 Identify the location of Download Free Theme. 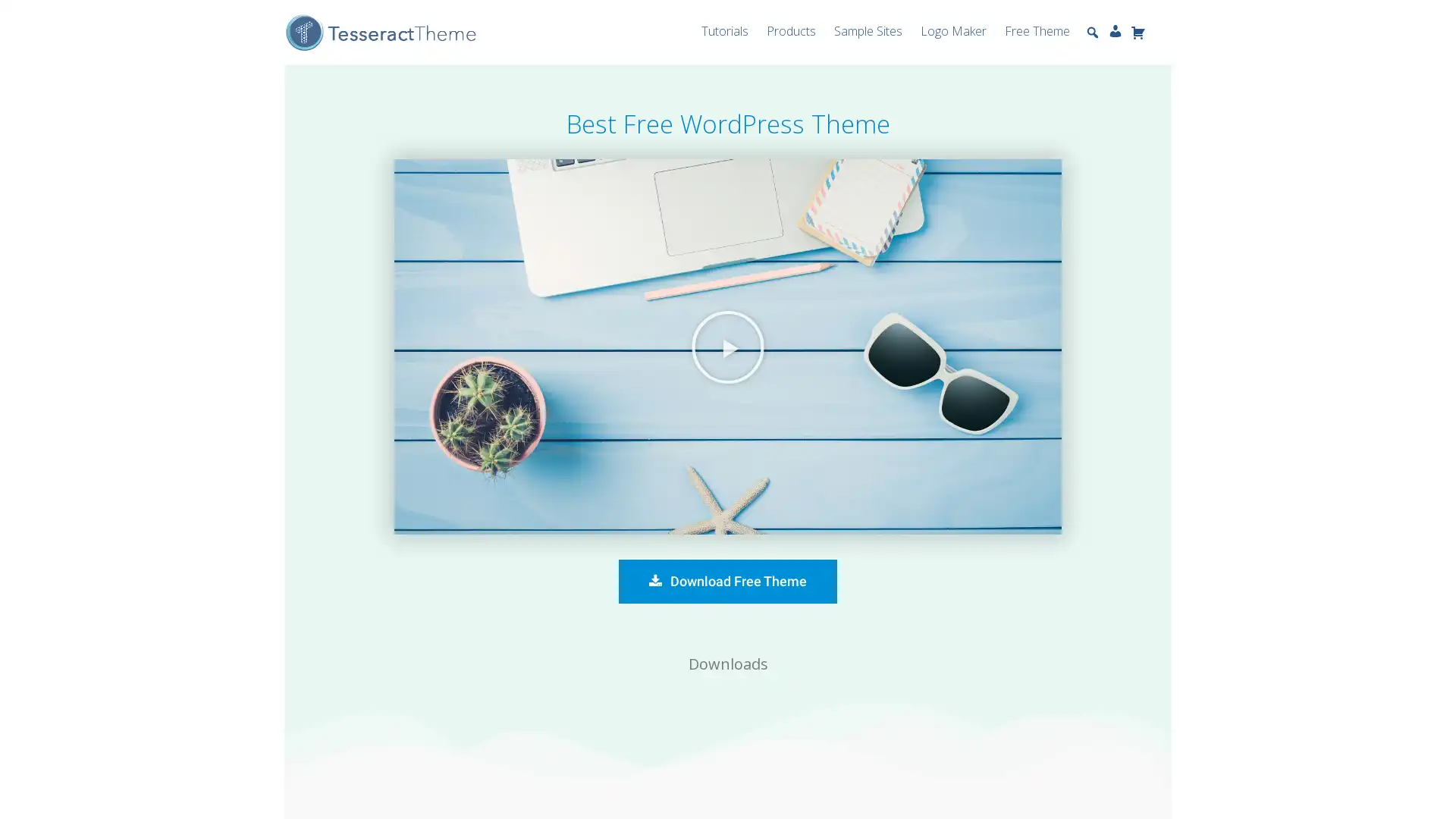
(728, 581).